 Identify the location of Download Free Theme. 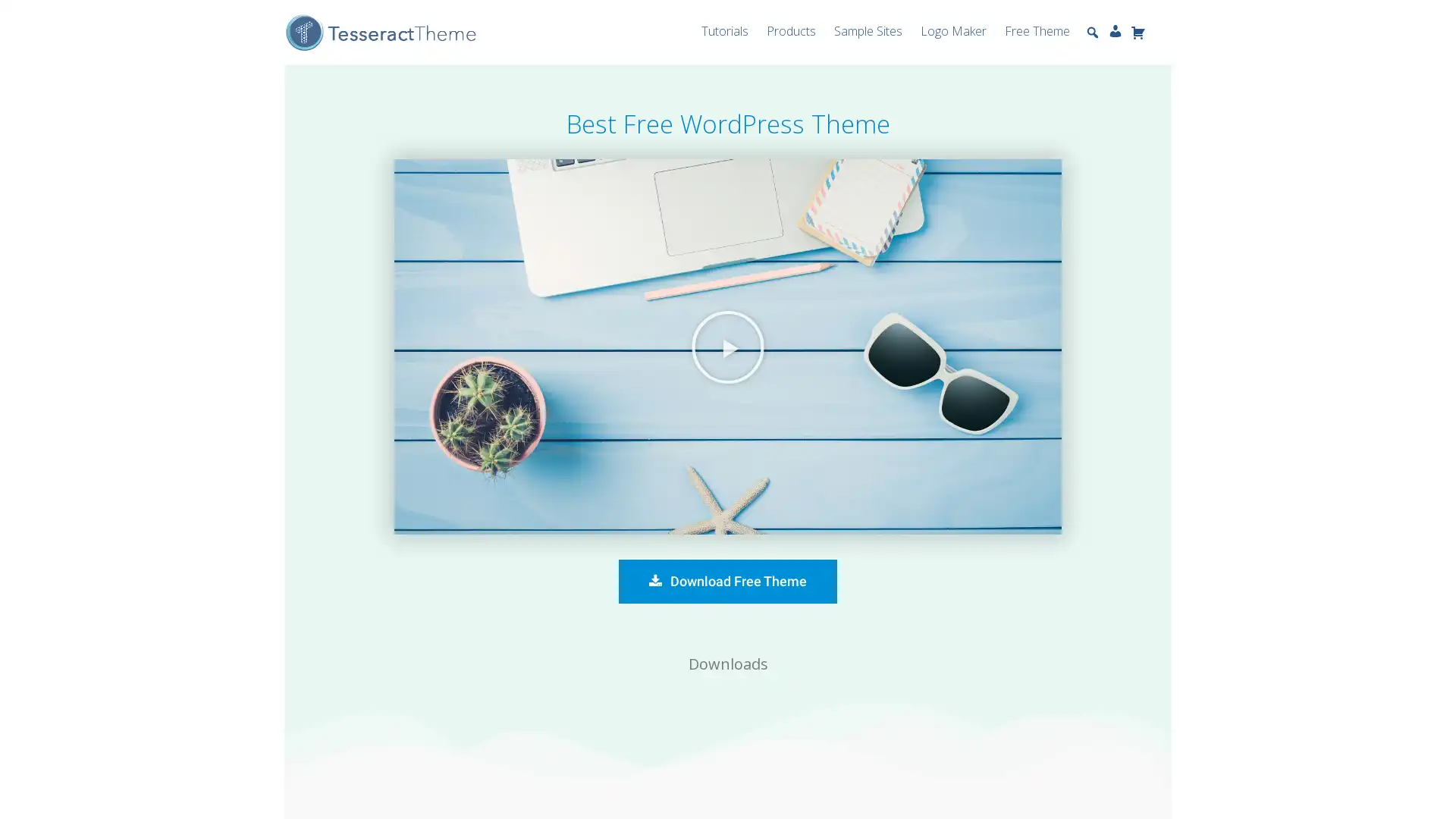
(728, 581).